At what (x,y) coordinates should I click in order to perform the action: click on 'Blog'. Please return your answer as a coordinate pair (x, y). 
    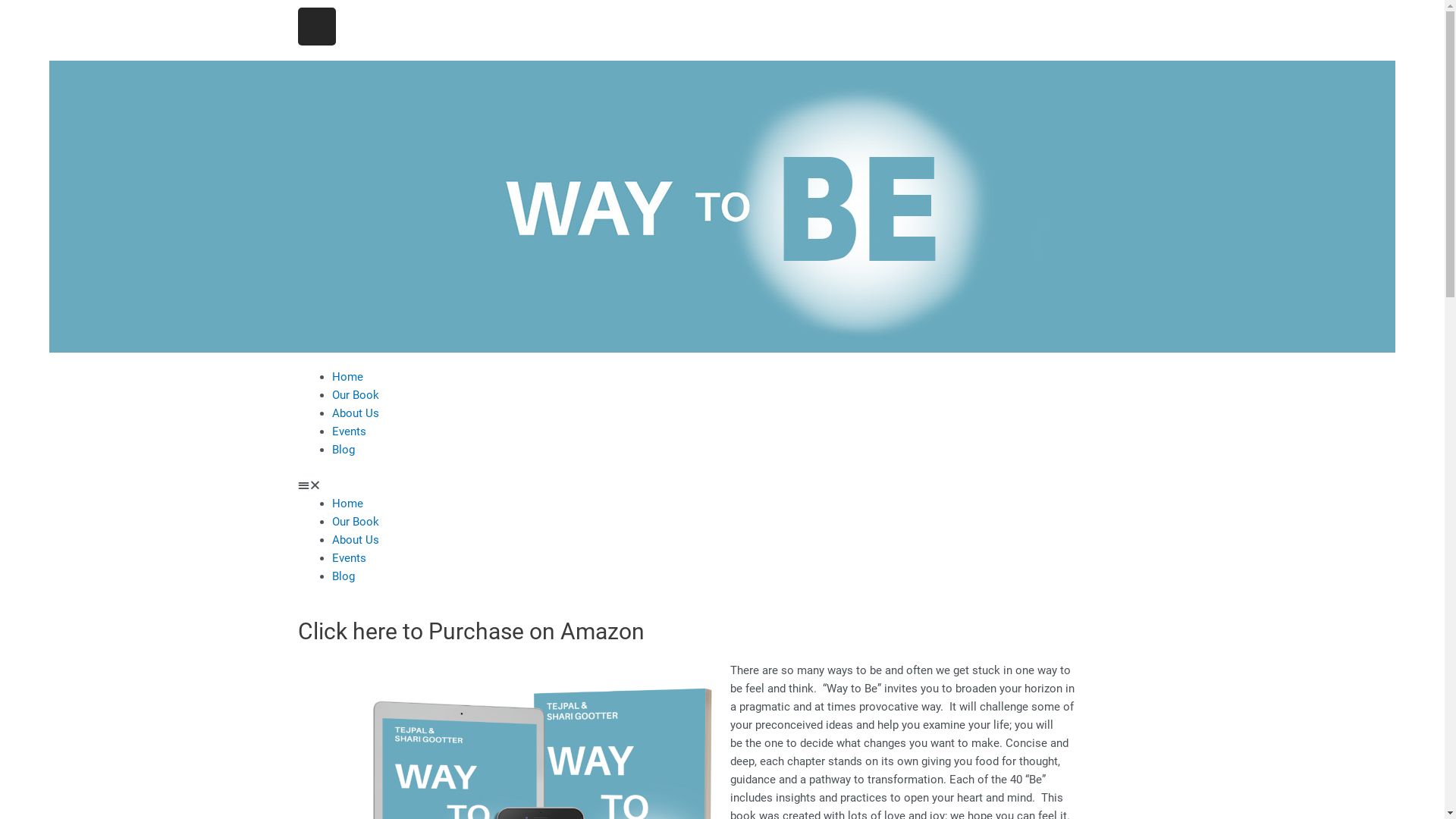
    Looking at the image, I should click on (331, 576).